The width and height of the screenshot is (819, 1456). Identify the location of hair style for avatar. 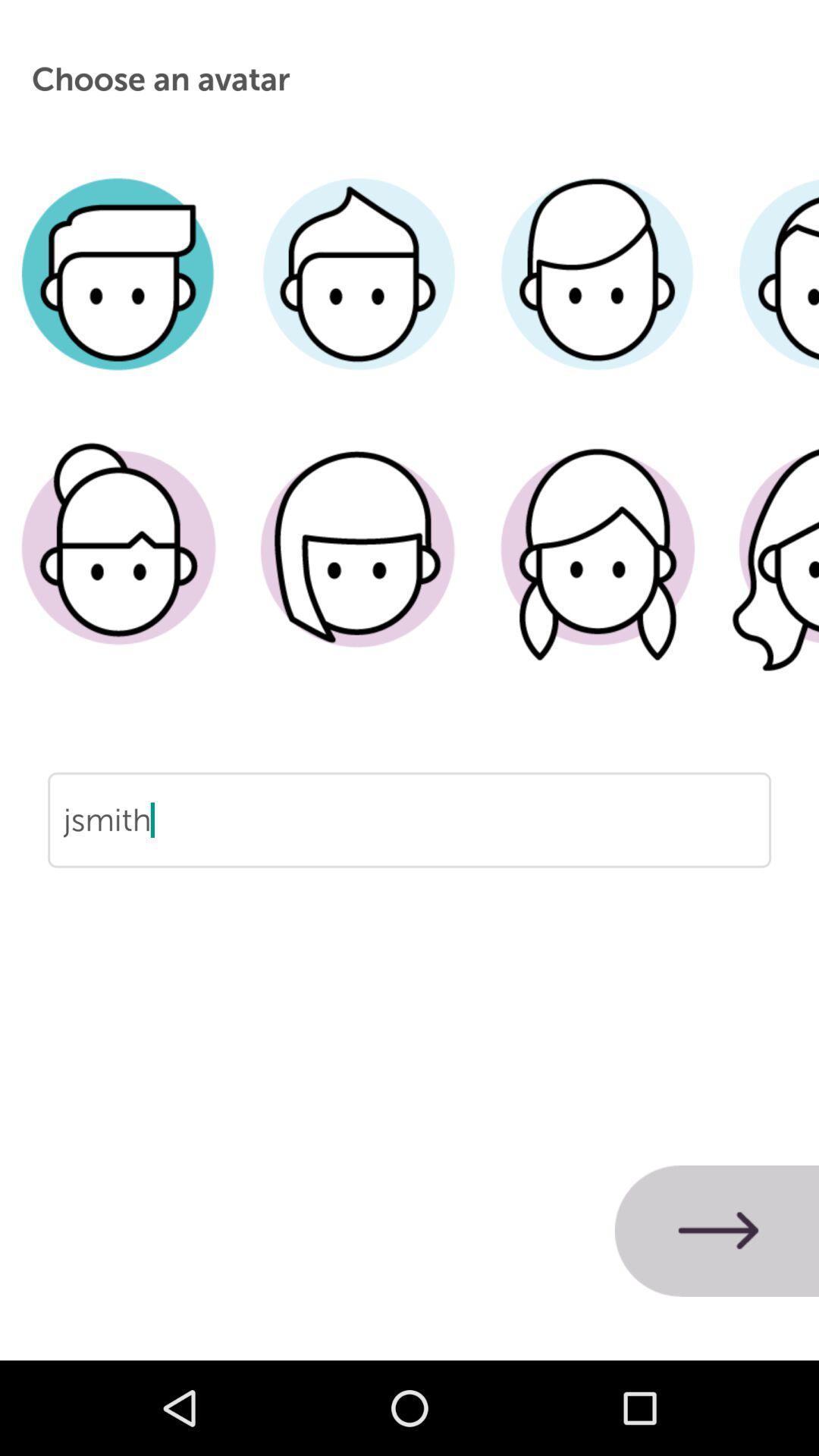
(596, 297).